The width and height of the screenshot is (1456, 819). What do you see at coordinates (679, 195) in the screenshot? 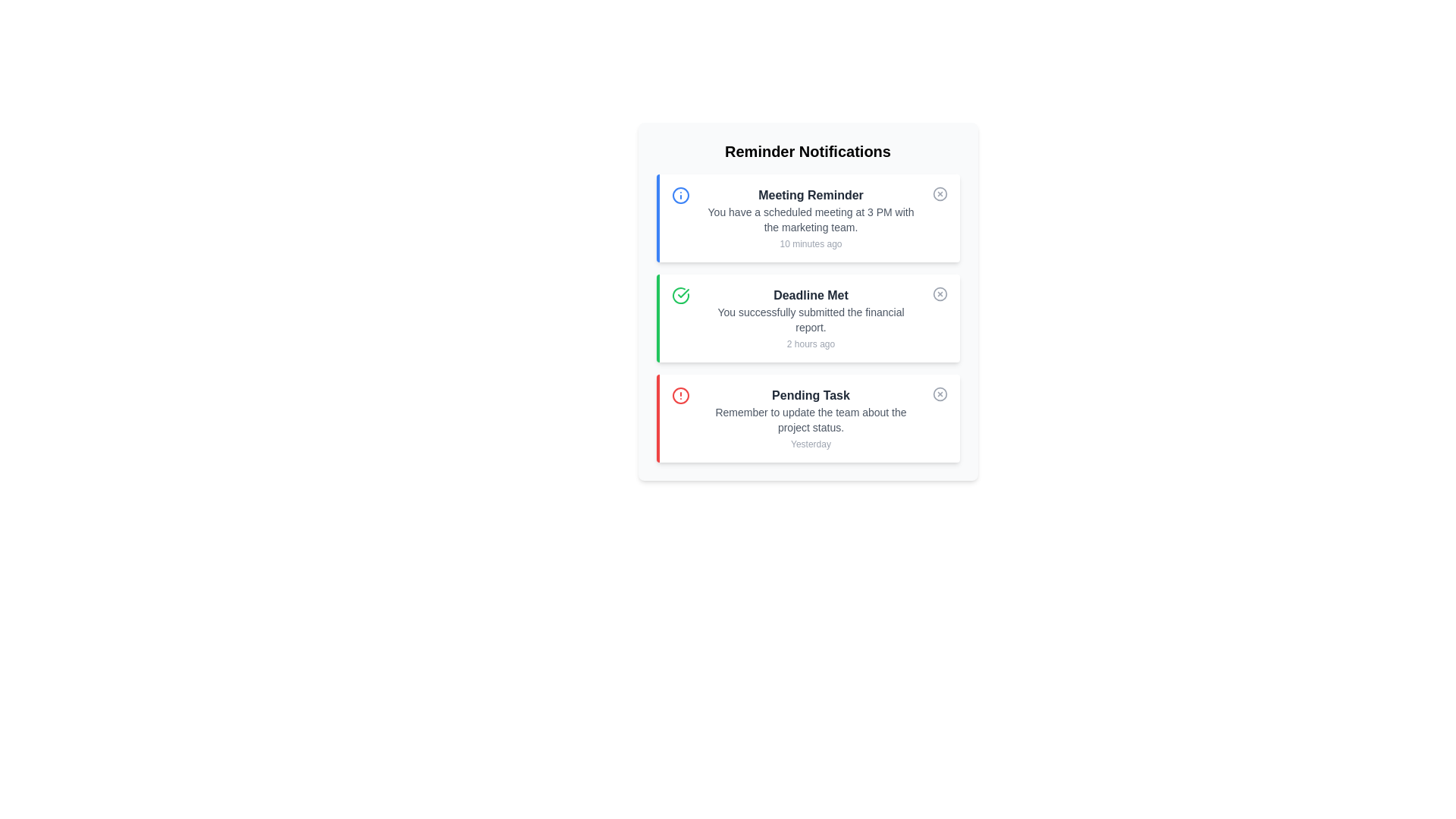
I see `the blue-bordered, white-filled SVG circle graphic located within the information icon of the 'Meeting Reminder' notification card` at bounding box center [679, 195].